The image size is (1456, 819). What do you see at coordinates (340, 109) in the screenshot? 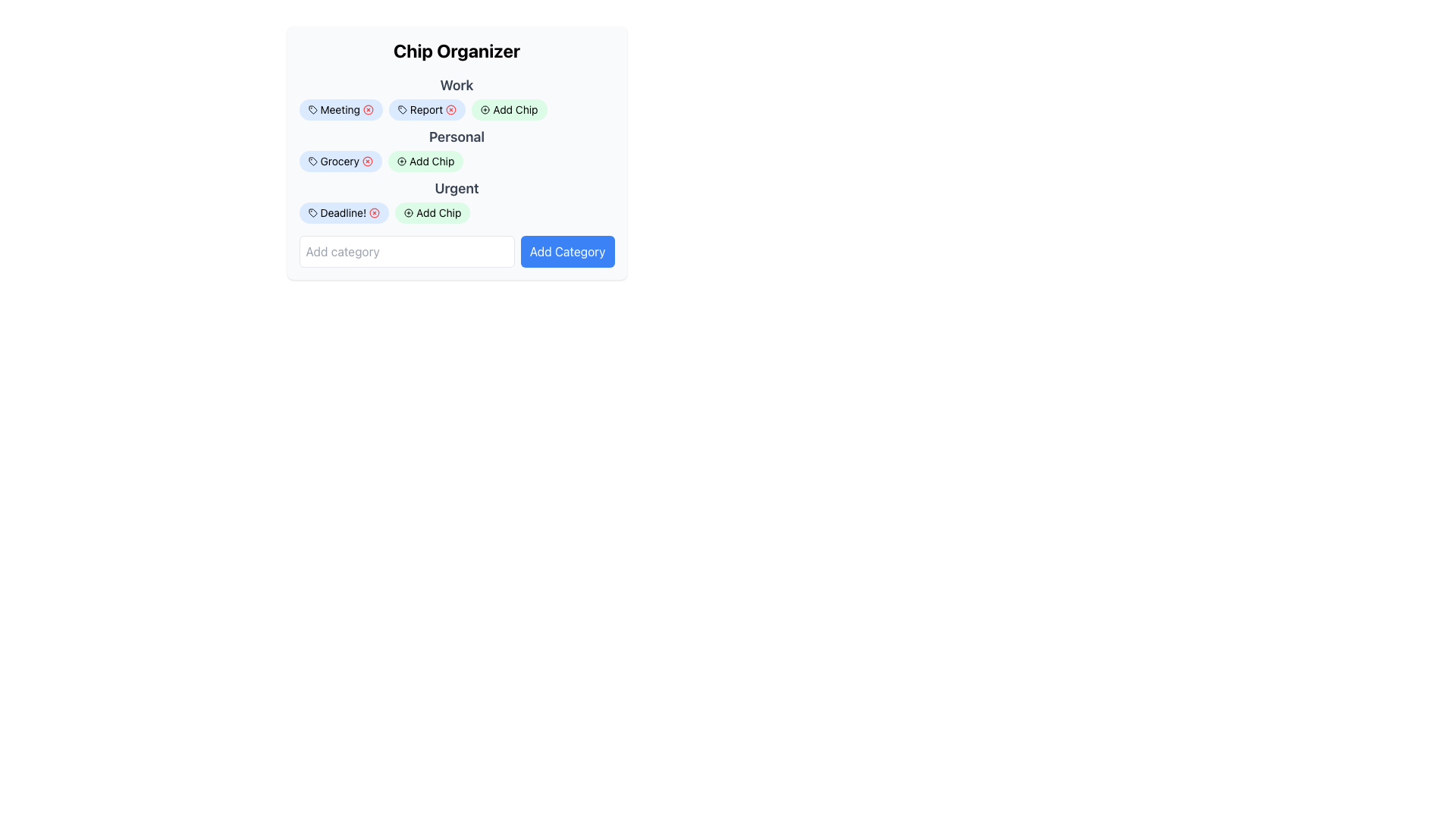
I see `the 'Meeting' chip in the 'Work' section of the 'Chip Organizer' interface, which is the first chip positioned to the left of the 'Report' chip` at bounding box center [340, 109].